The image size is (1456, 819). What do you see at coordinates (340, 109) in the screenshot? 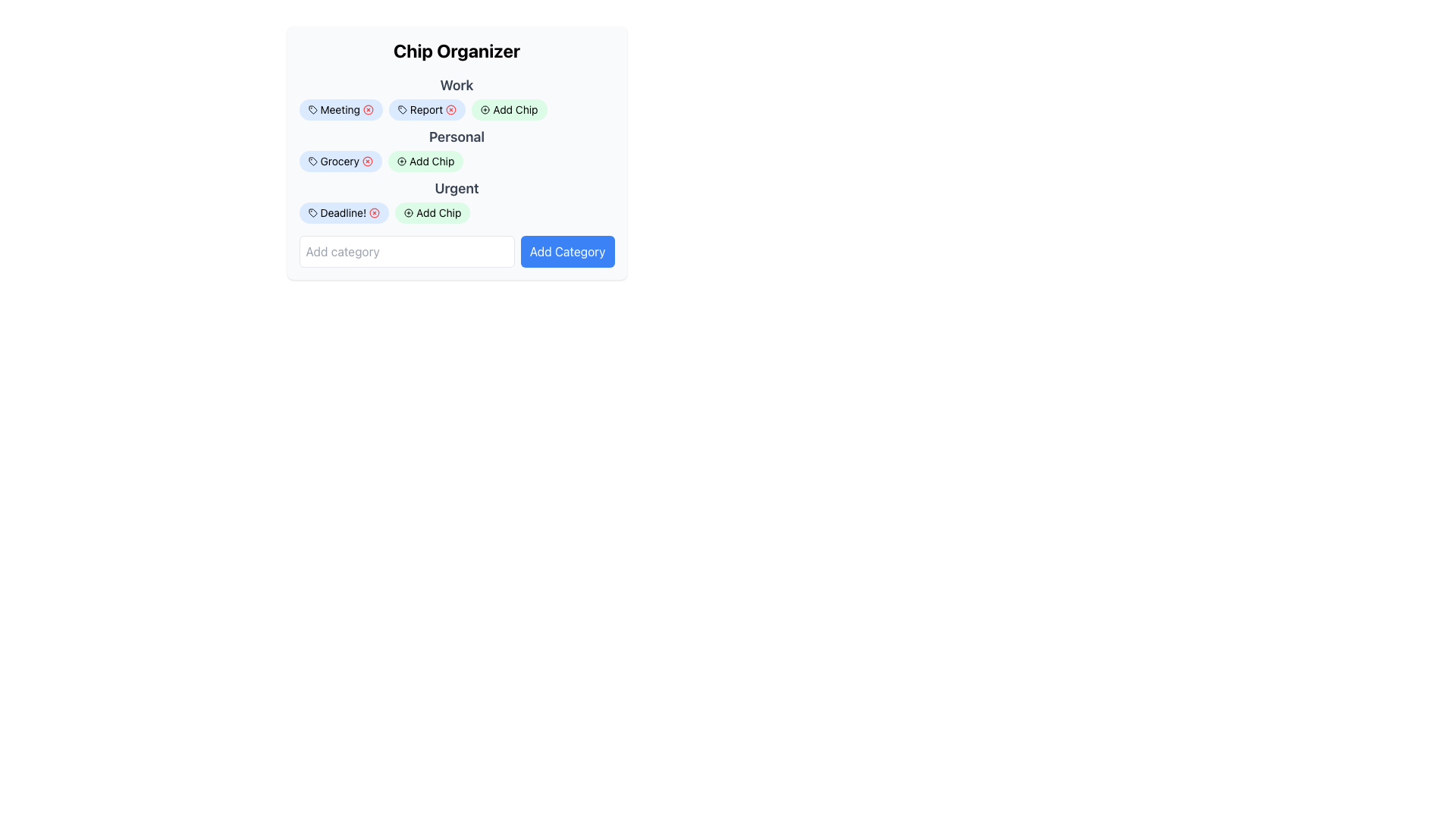
I see `the 'Meeting' chip in the 'Work' section of the 'Chip Organizer' interface, which is the first chip positioned to the left of the 'Report' chip` at bounding box center [340, 109].